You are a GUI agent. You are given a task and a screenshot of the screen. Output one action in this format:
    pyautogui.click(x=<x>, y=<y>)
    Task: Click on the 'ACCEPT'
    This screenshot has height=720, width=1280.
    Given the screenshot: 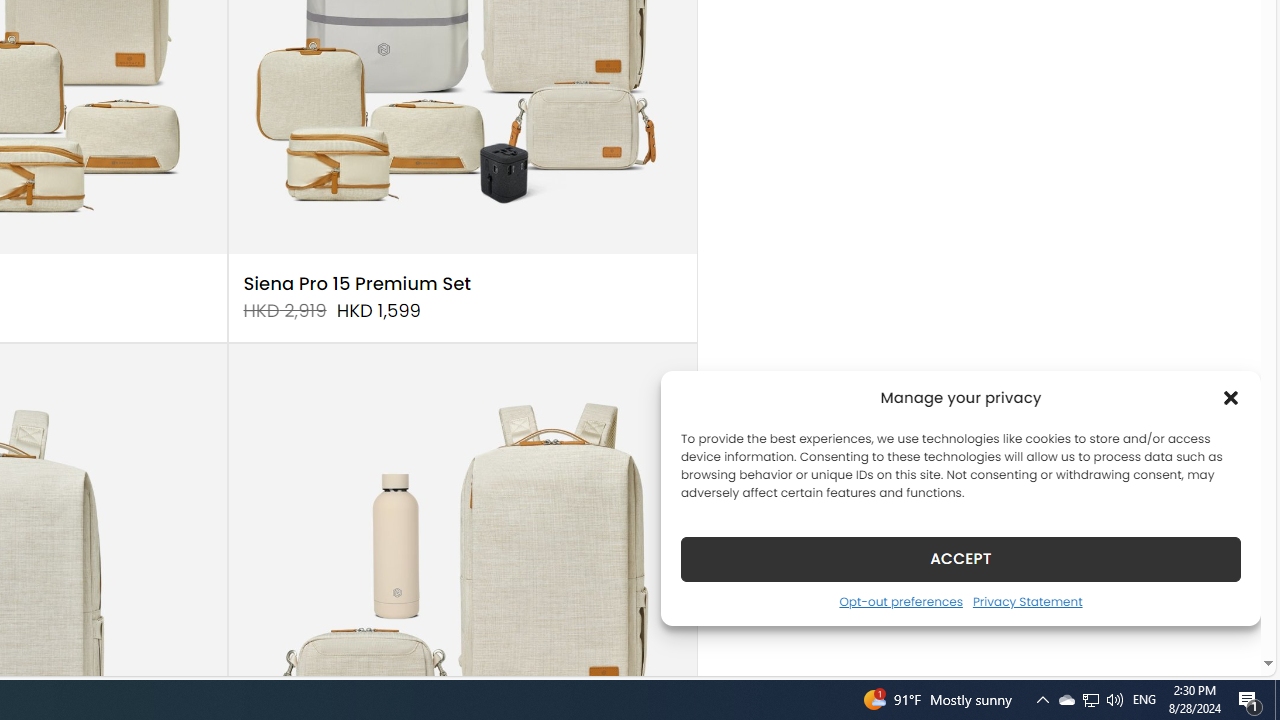 What is the action you would take?
    pyautogui.click(x=961, y=558)
    